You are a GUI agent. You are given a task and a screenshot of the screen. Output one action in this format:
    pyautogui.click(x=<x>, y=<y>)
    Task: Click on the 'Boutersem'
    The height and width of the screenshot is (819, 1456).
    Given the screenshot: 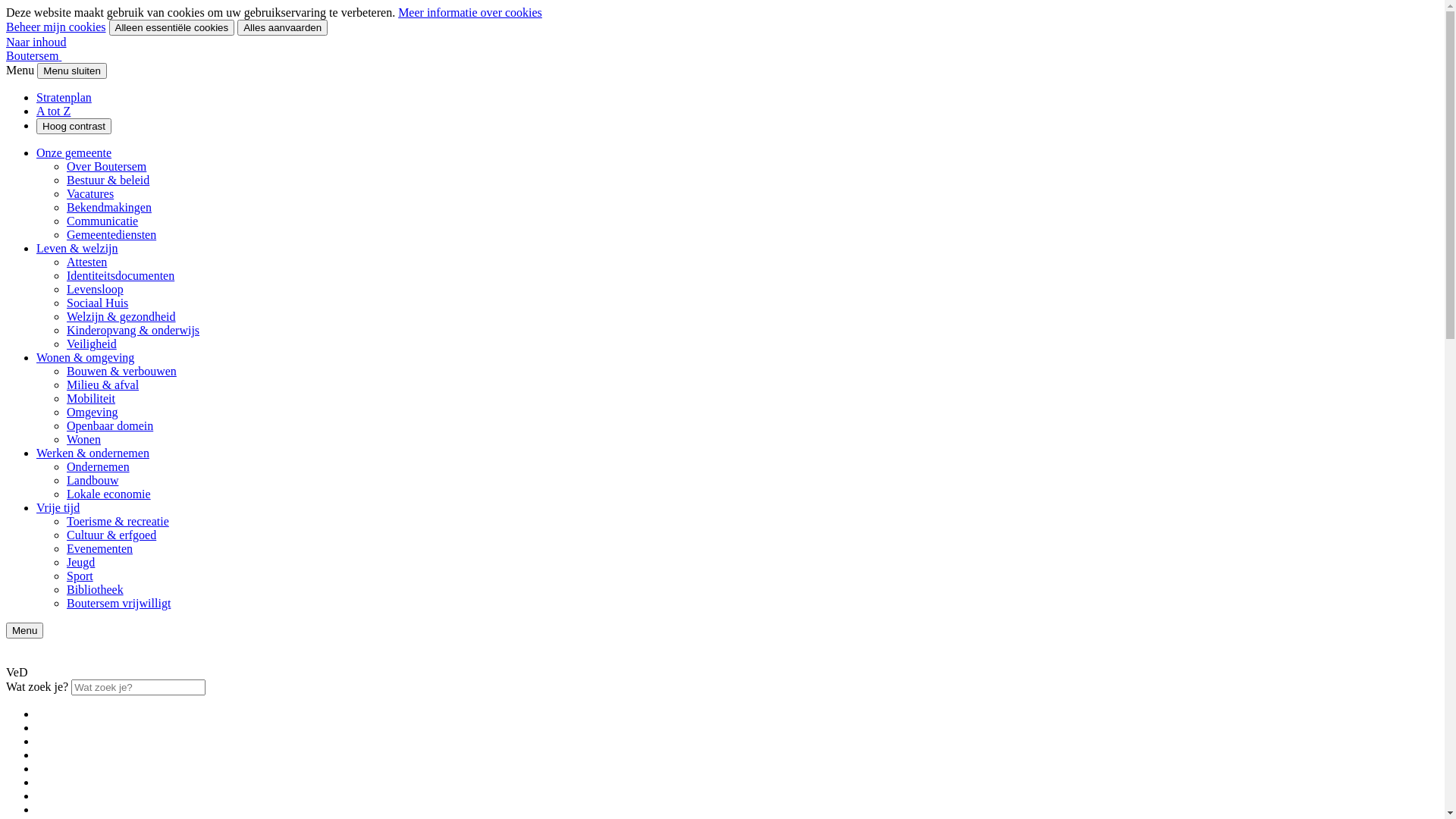 What is the action you would take?
    pyautogui.click(x=33, y=55)
    